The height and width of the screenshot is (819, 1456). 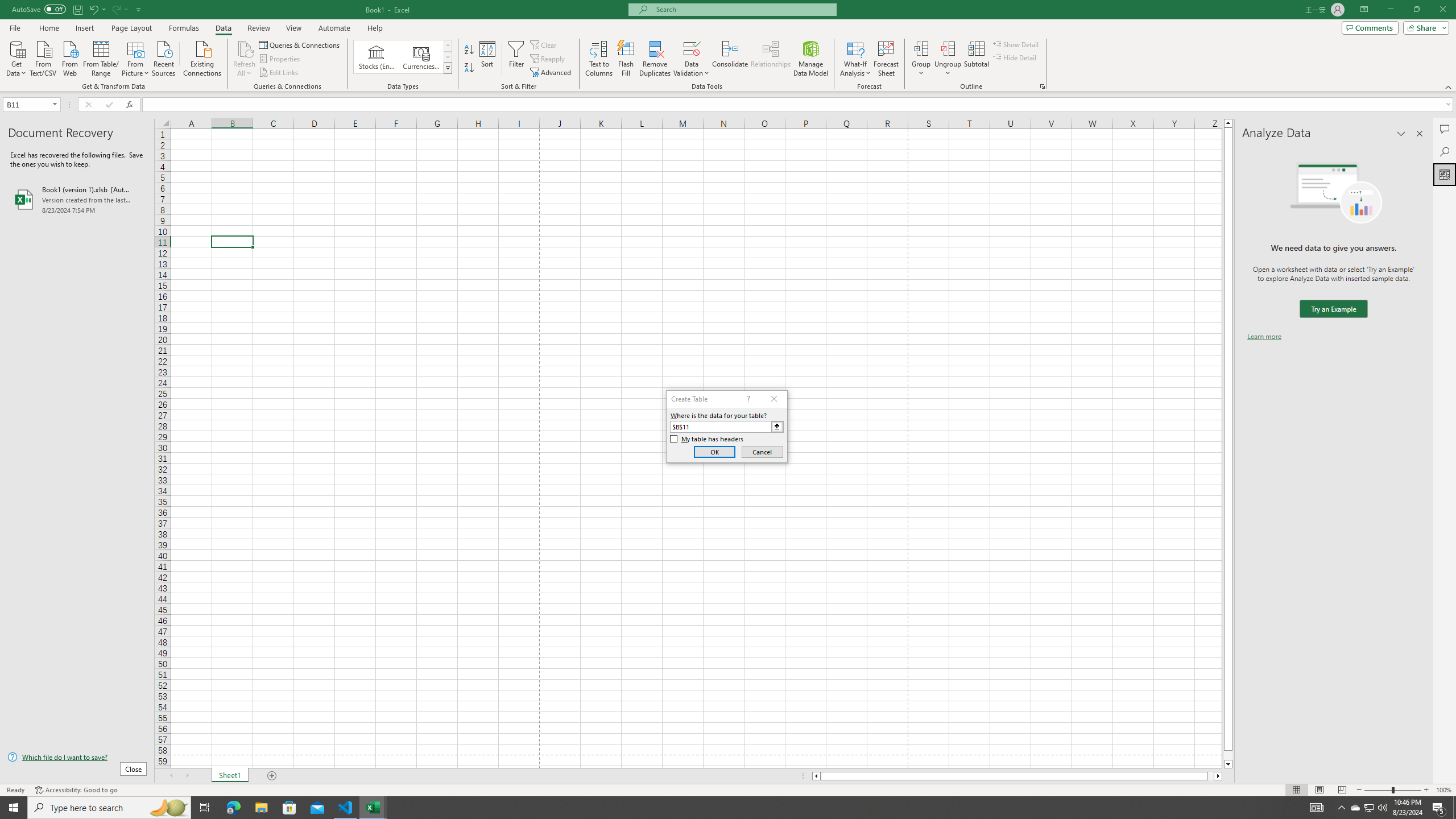 What do you see at coordinates (1370, 27) in the screenshot?
I see `'Comments'` at bounding box center [1370, 27].